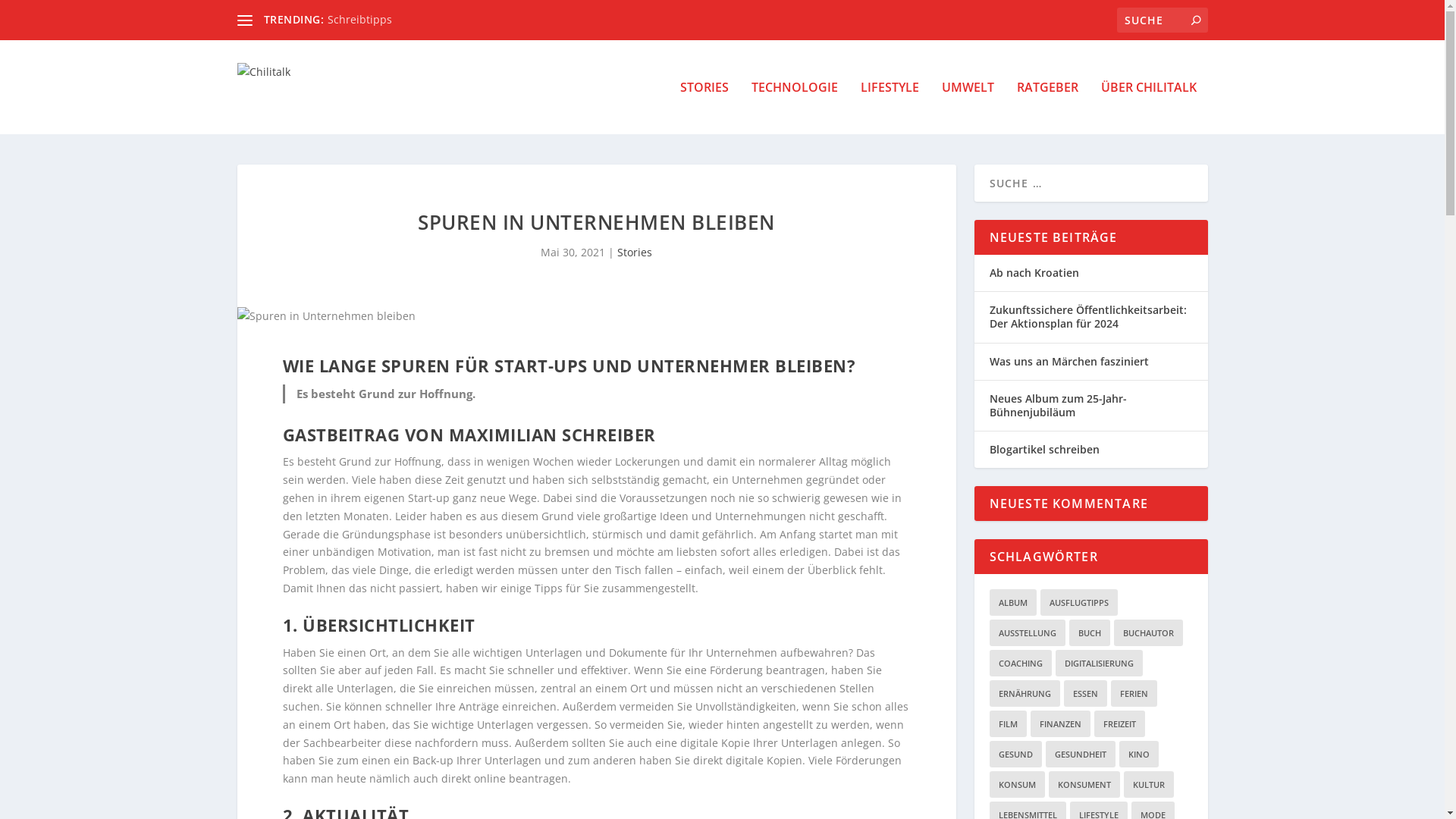  I want to click on 'AUSSTELLUNG', so click(1026, 632).